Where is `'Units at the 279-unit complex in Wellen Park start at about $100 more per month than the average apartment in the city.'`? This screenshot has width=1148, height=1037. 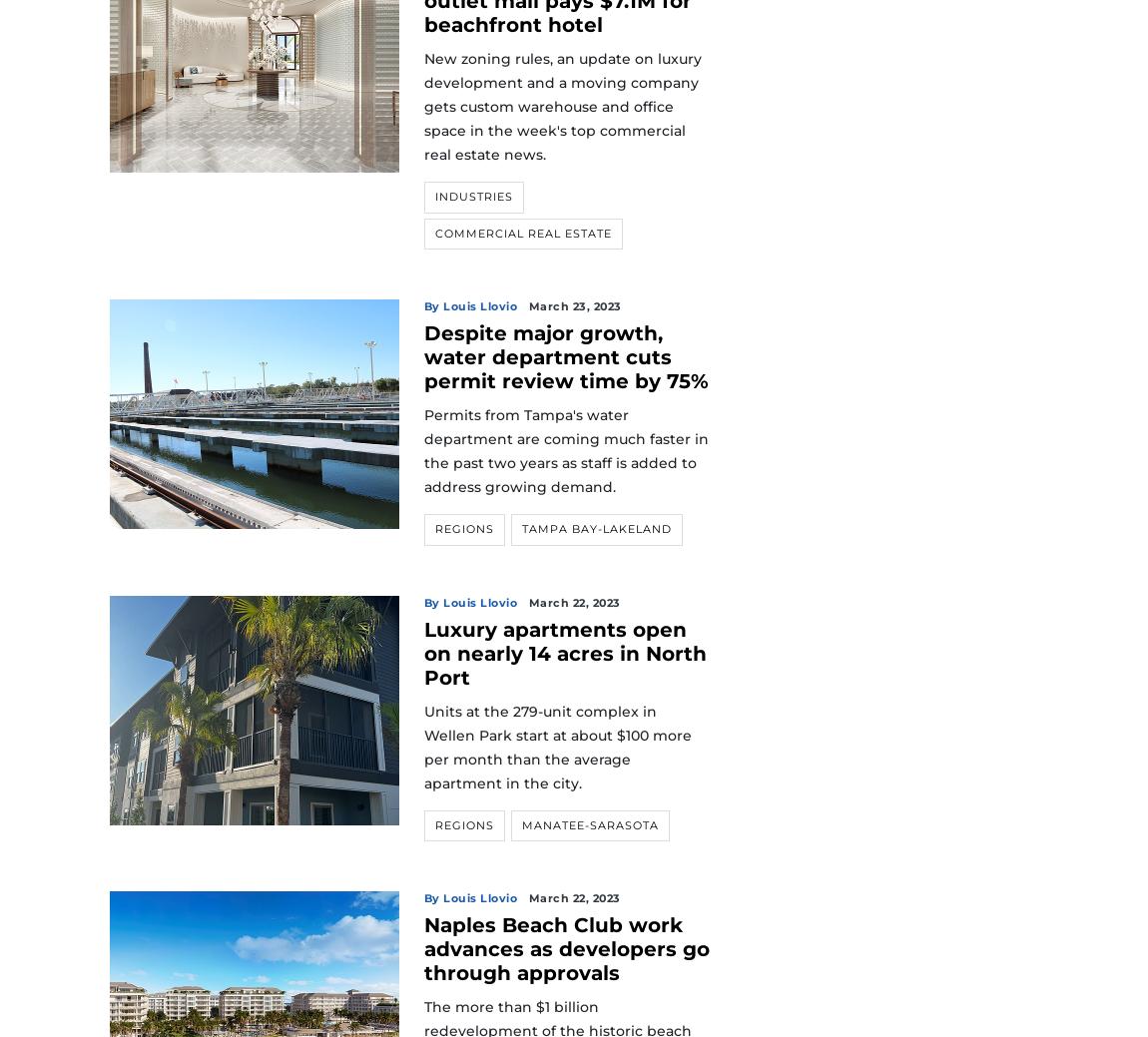 'Units at the 279-unit complex in Wellen Park start at about $100 more per month than the average apartment in the city.' is located at coordinates (556, 745).